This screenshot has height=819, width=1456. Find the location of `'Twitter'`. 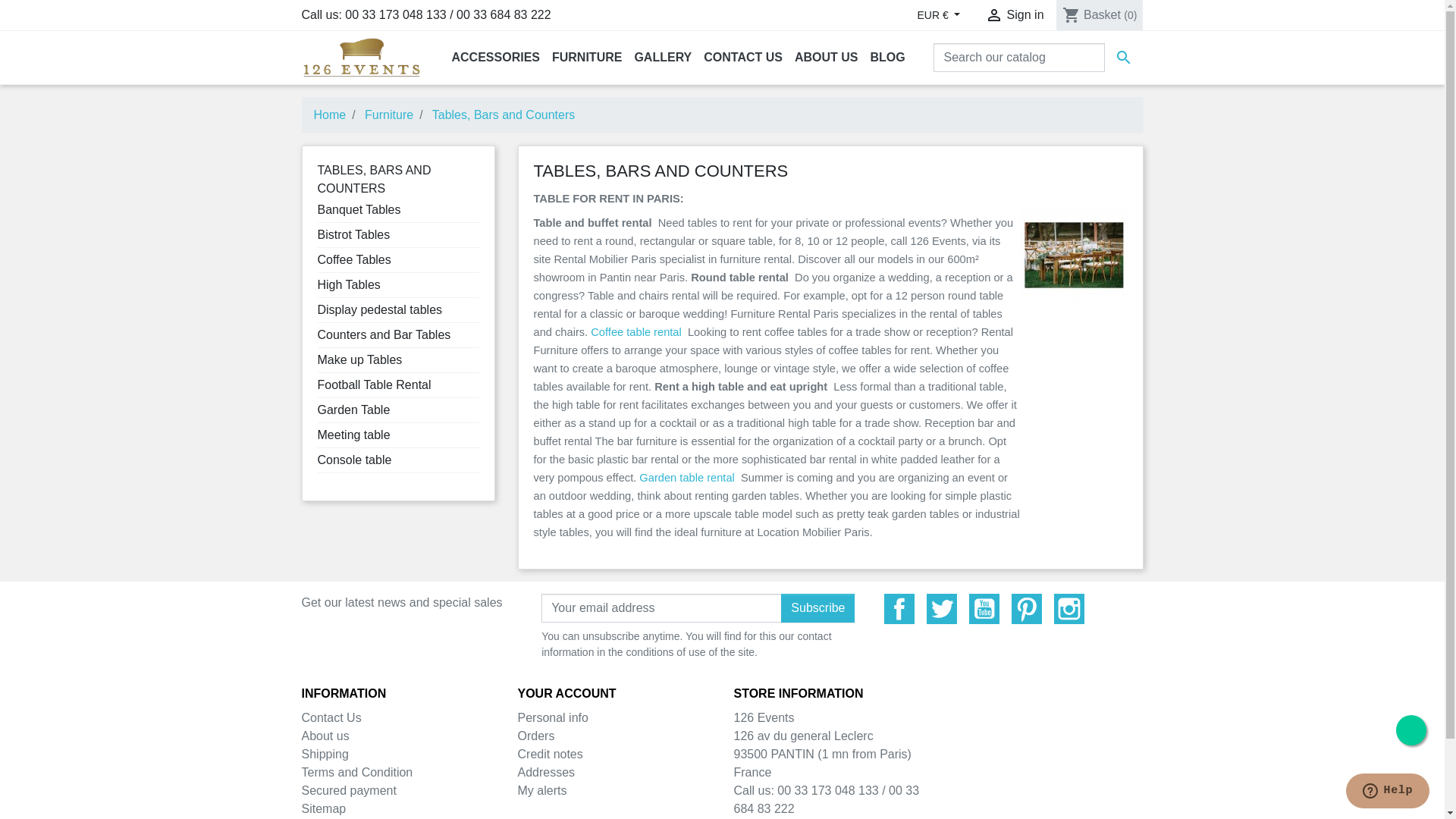

'Twitter' is located at coordinates (926, 607).